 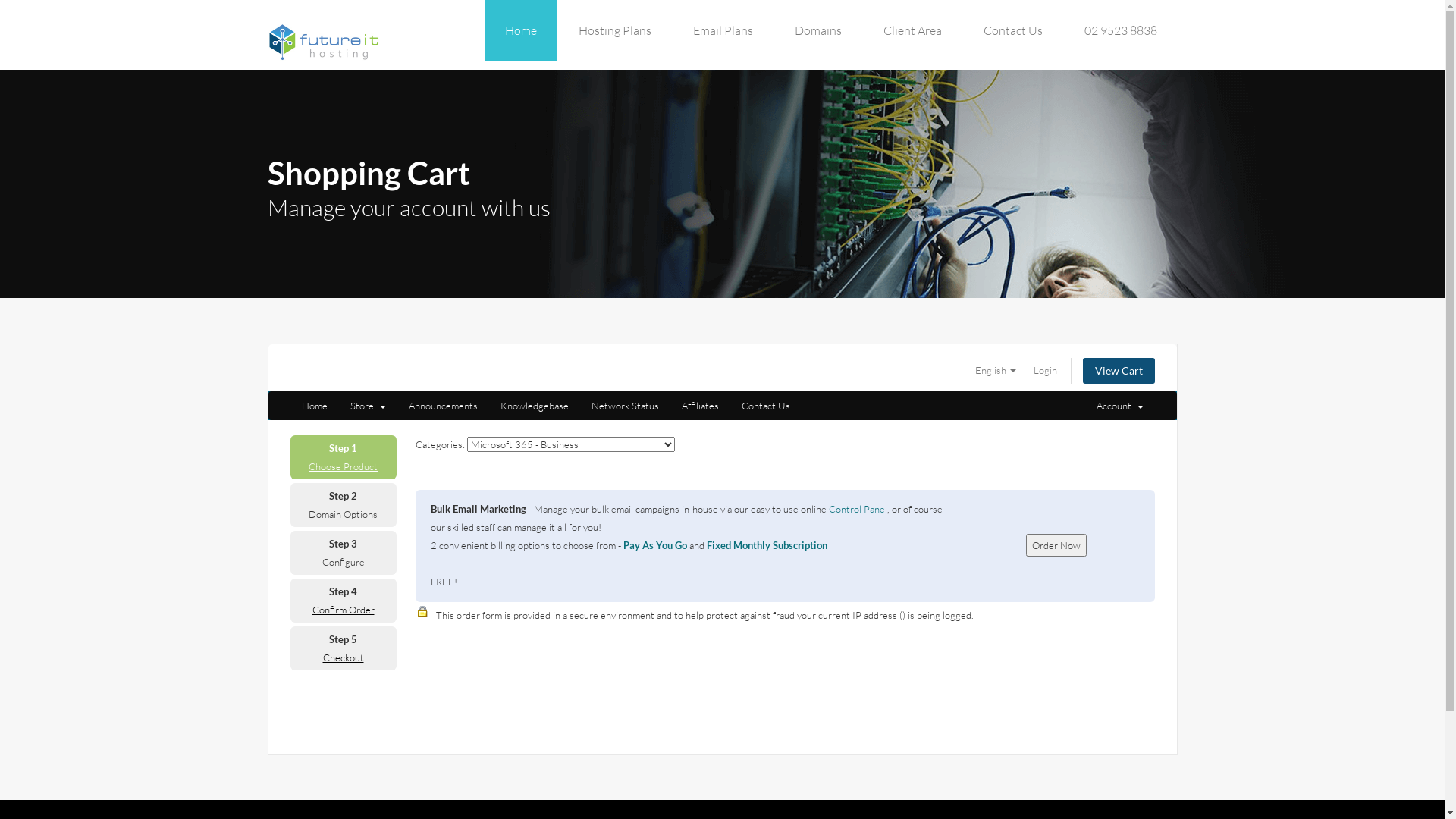 What do you see at coordinates (1119, 405) in the screenshot?
I see `'Account  '` at bounding box center [1119, 405].